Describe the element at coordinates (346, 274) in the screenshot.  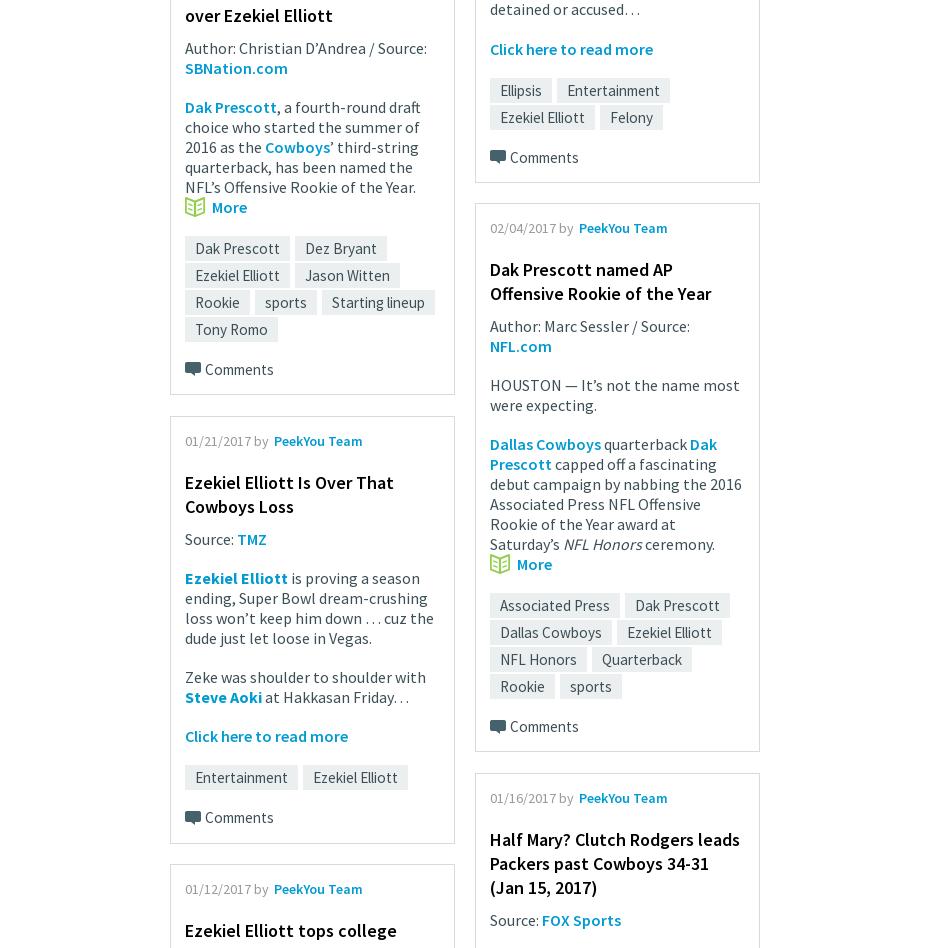
I see `'Jason Witten'` at that location.